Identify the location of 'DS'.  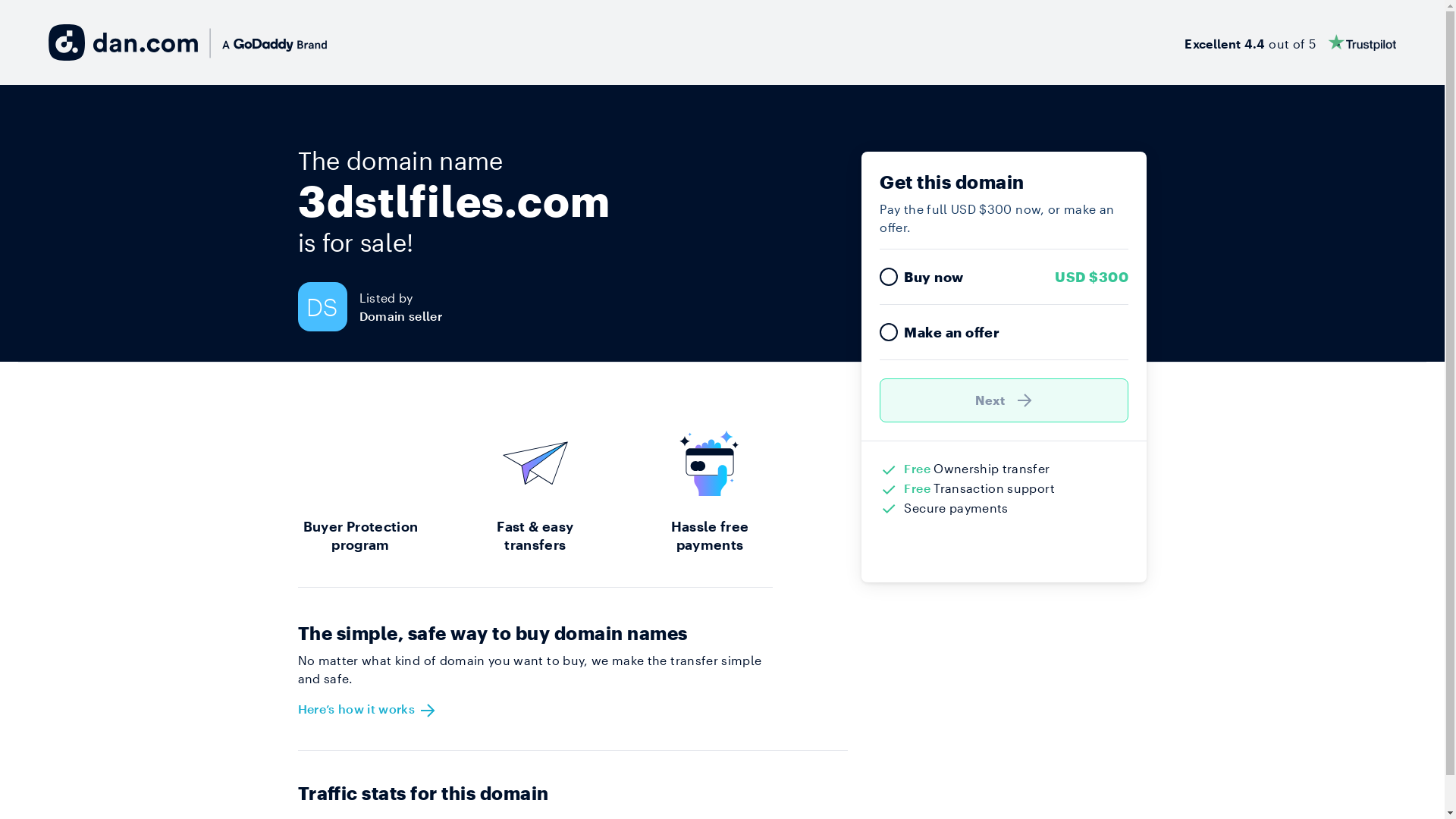
(297, 306).